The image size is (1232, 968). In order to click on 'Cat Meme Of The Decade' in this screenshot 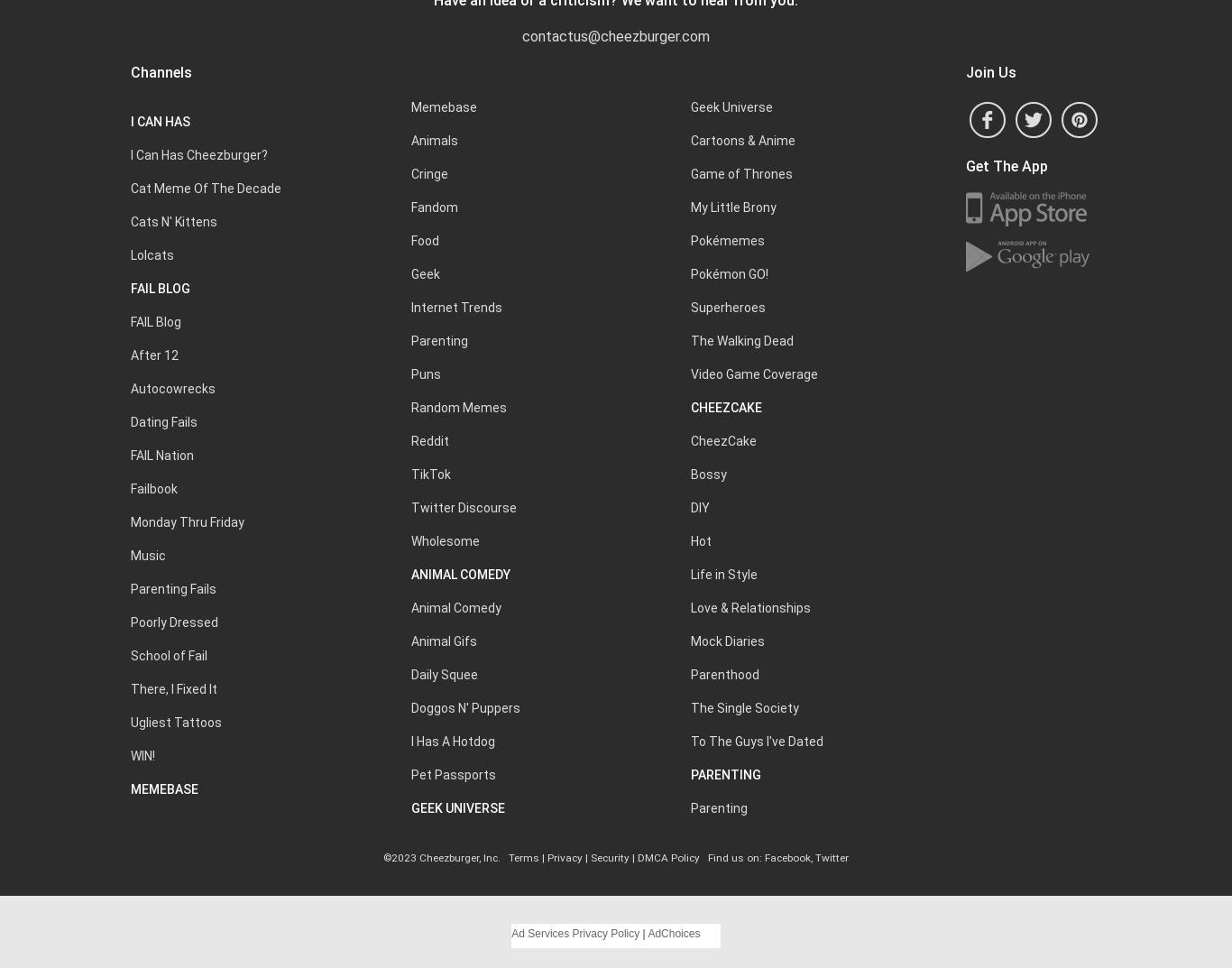, I will do `click(206, 189)`.